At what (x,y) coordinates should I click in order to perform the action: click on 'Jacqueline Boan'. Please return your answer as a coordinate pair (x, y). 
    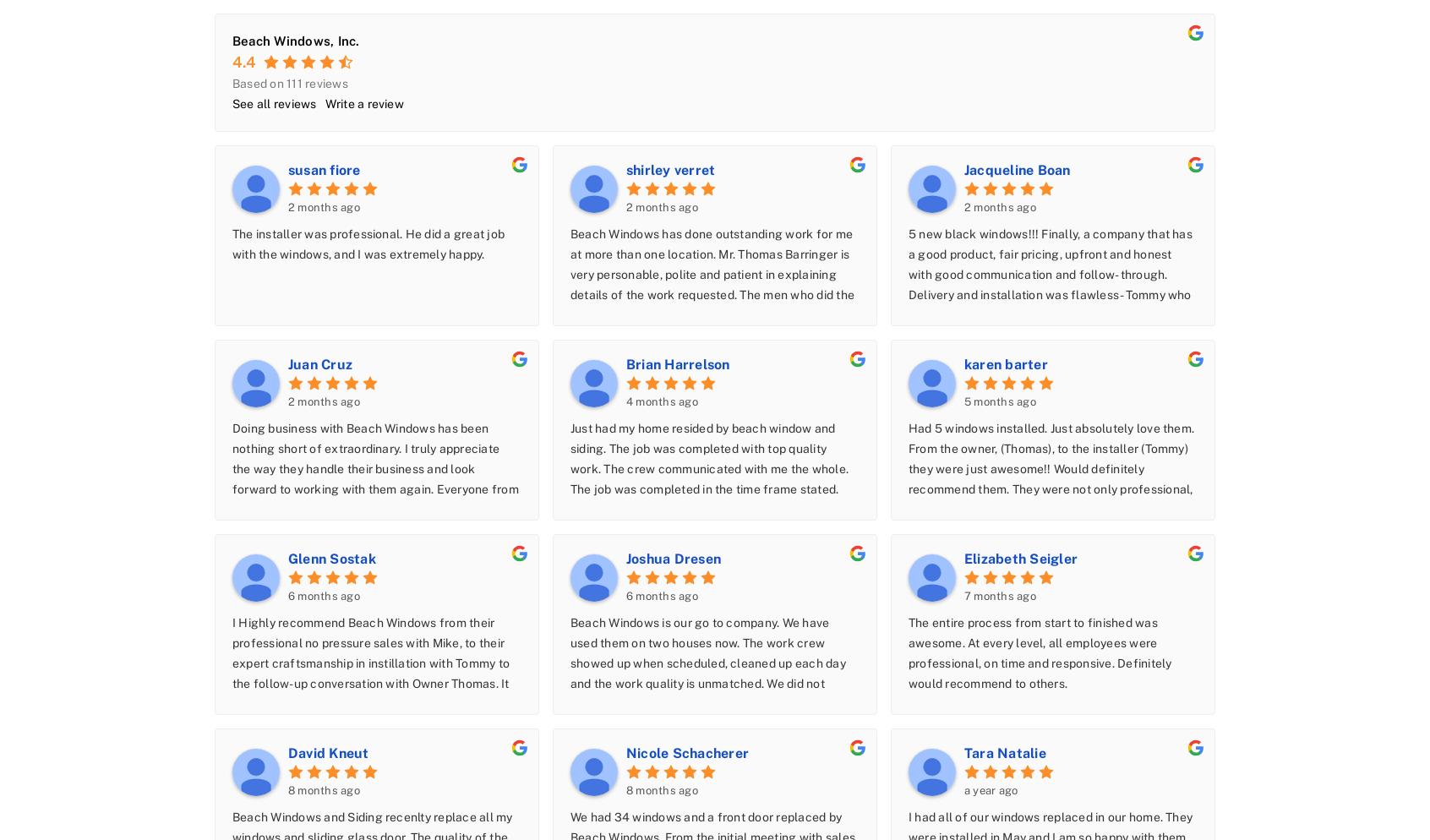
    Looking at the image, I should click on (963, 168).